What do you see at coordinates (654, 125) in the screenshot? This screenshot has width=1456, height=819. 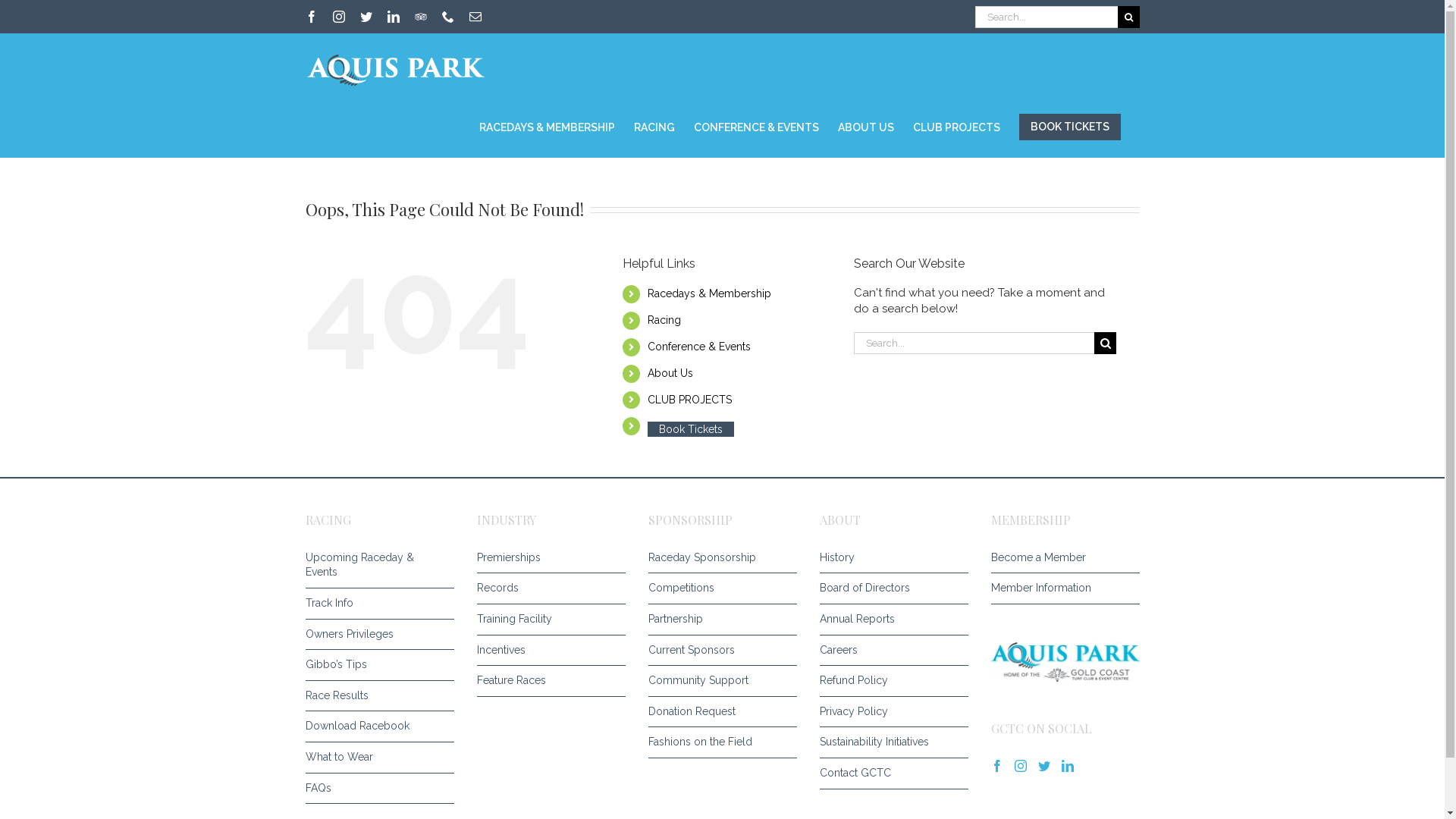 I see `'RACING'` at bounding box center [654, 125].